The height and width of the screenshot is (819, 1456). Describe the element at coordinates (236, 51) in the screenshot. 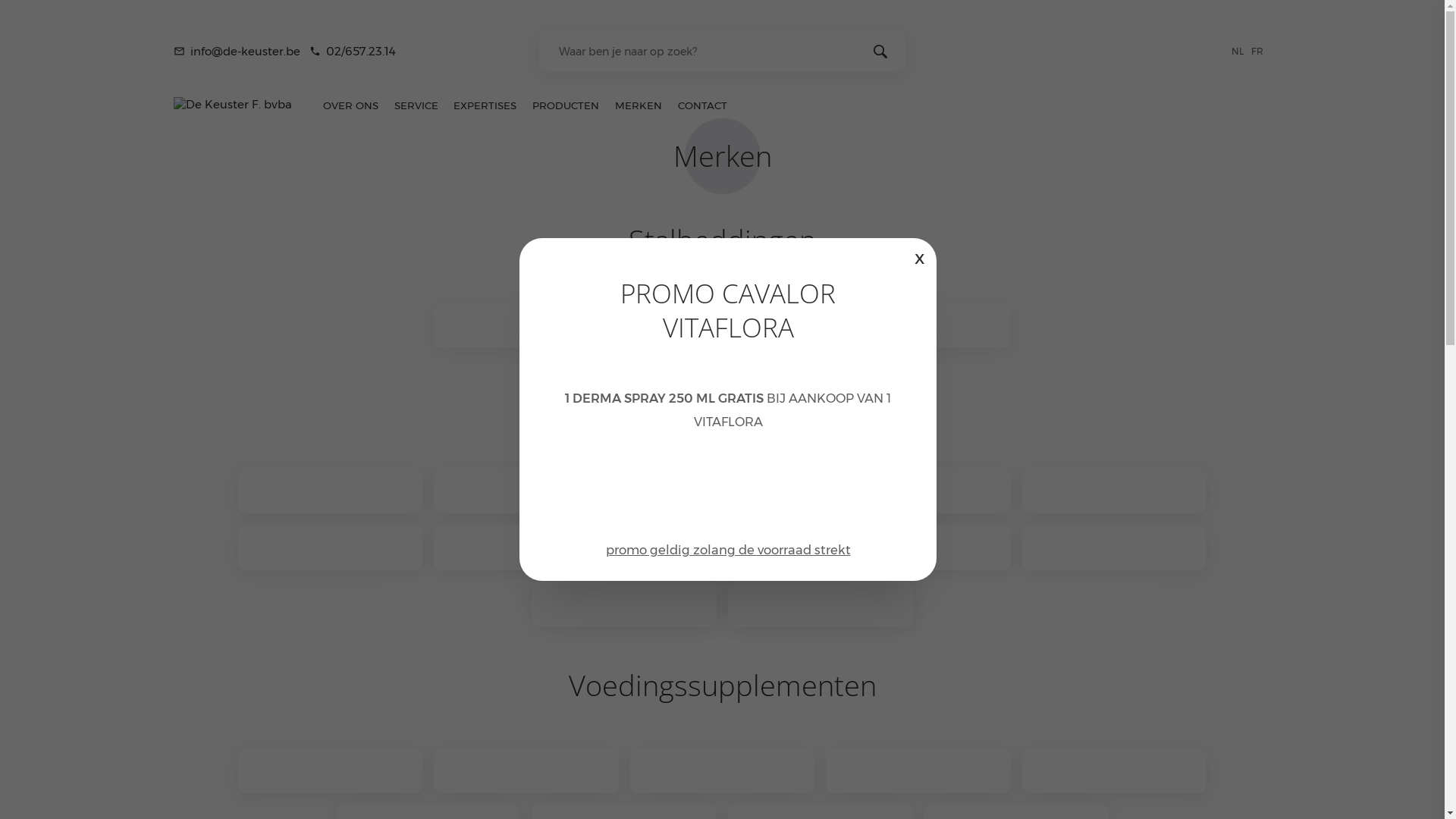

I see `'mail_outline` at that location.